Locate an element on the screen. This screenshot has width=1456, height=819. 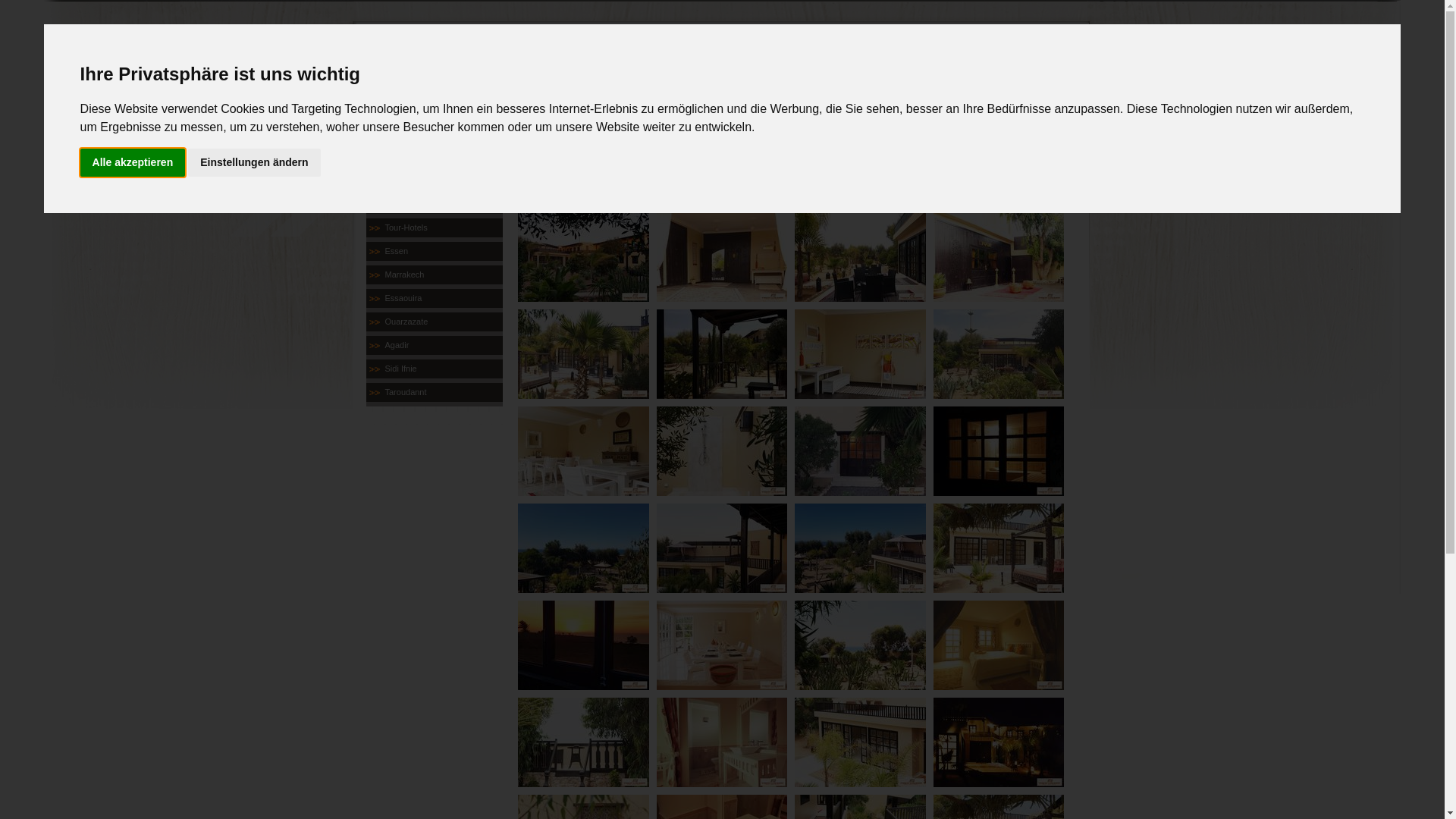
'Sidi Ifnie' is located at coordinates (432, 369).